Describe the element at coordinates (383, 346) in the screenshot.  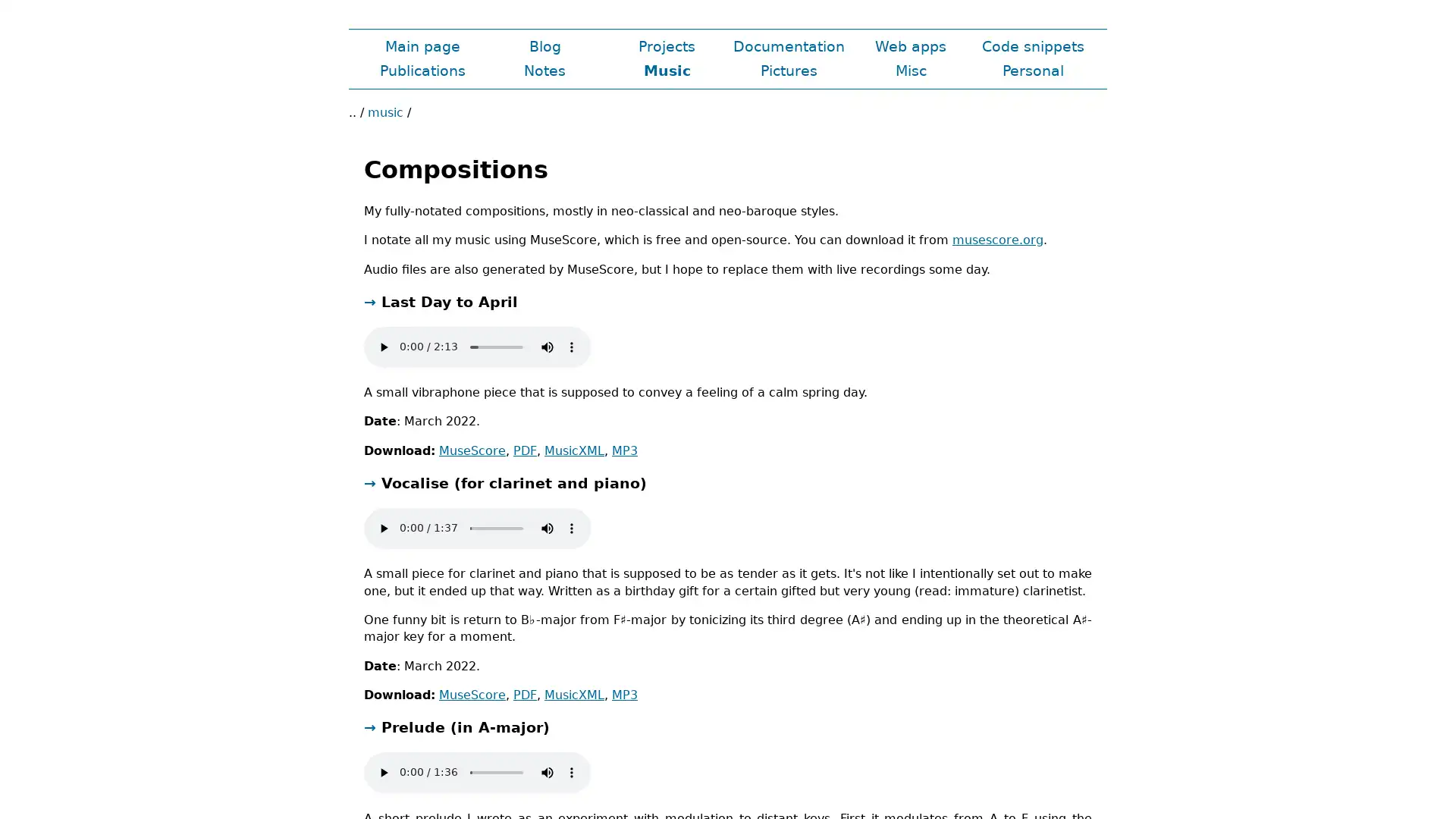
I see `play` at that location.